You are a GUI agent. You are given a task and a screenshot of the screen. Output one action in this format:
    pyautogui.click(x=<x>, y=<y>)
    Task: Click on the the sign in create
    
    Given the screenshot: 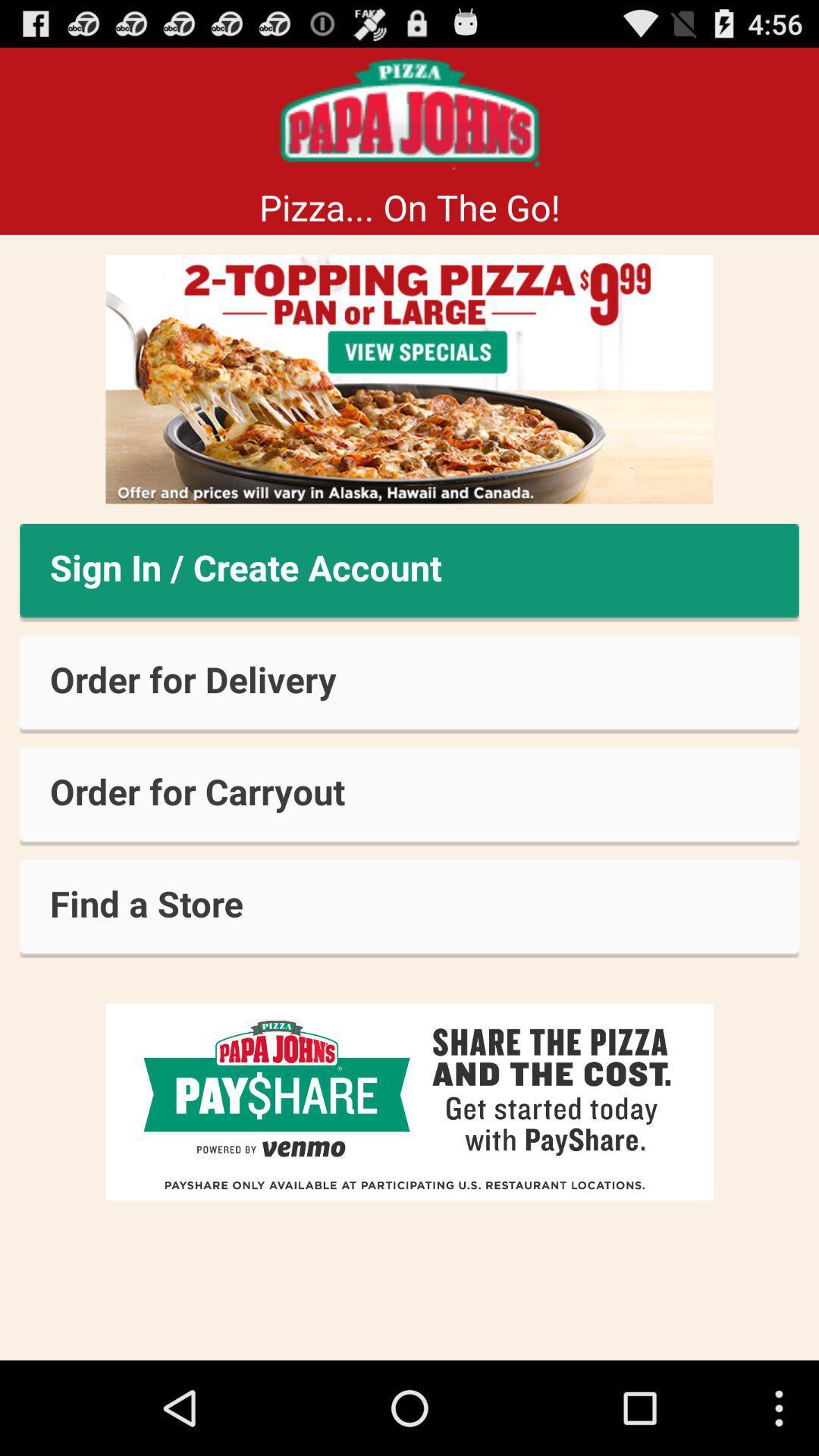 What is the action you would take?
    pyautogui.click(x=409, y=572)
    